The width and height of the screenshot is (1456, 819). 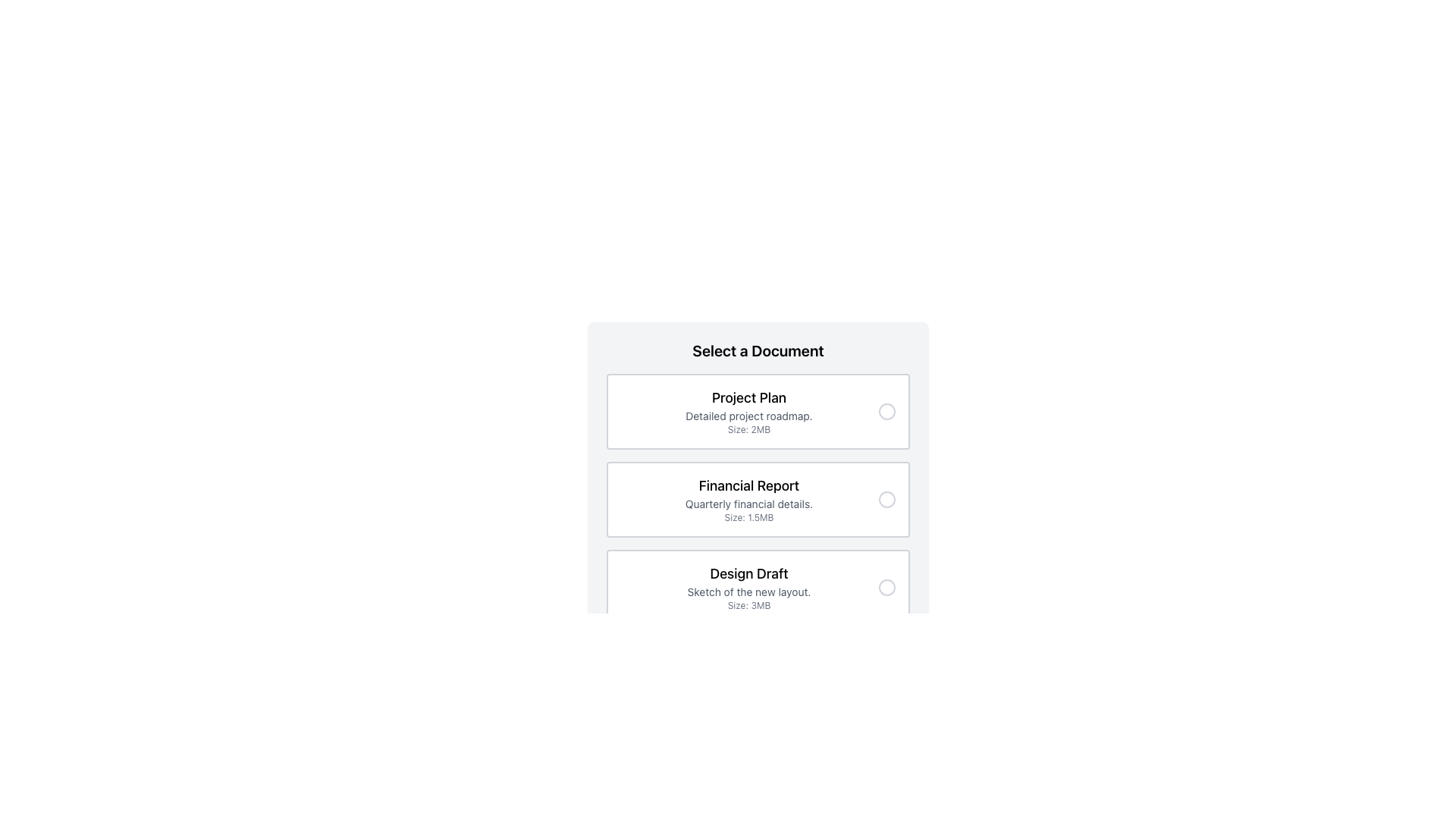 I want to click on text contents of the Information Display that includes 'Financial Report', 'Quarterly financial details.', and 'Size: 1.5MB', so click(x=749, y=500).